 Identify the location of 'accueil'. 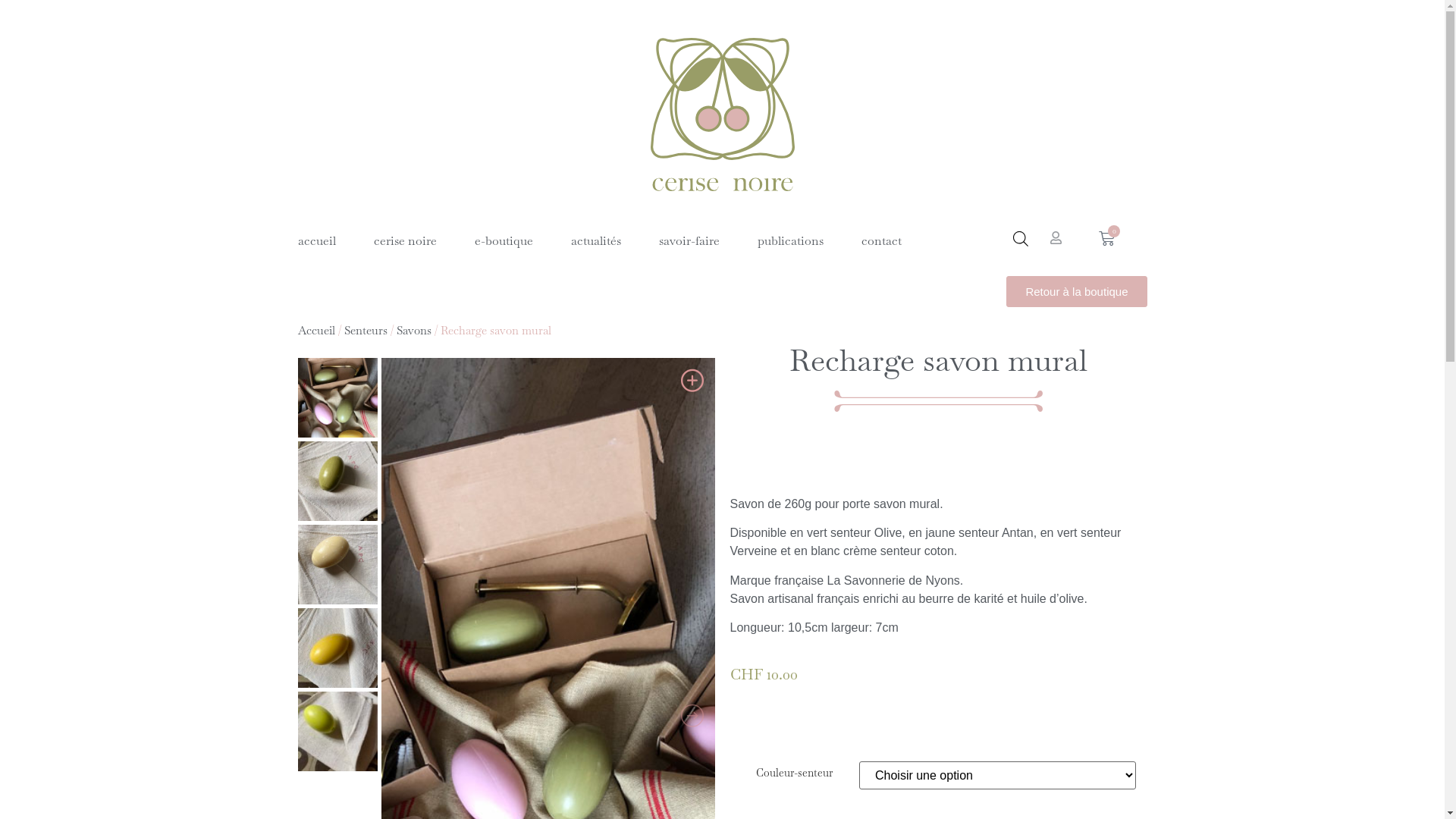
(315, 240).